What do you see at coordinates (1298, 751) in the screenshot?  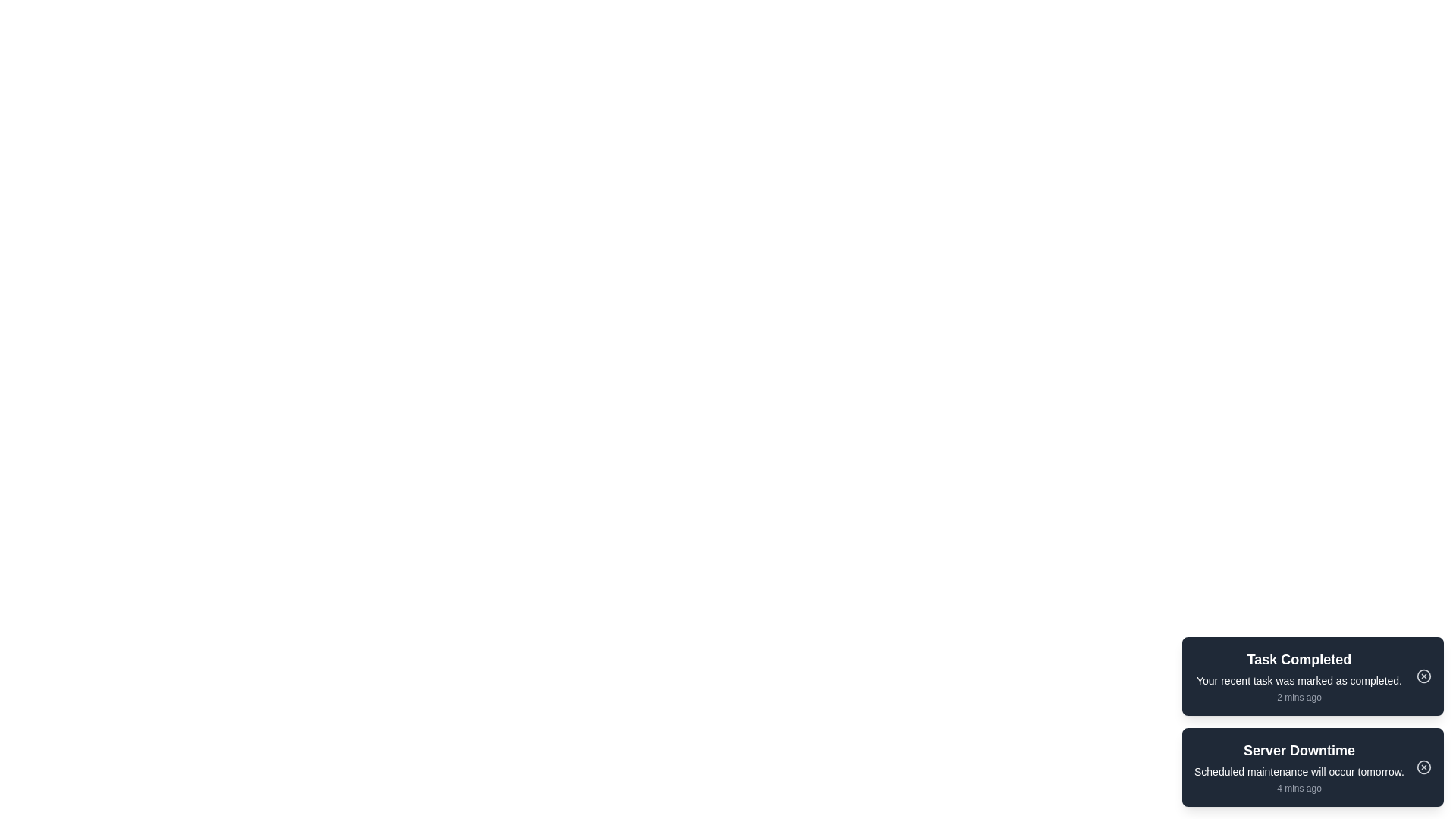 I see `the notification title to read: Server Downtime` at bounding box center [1298, 751].